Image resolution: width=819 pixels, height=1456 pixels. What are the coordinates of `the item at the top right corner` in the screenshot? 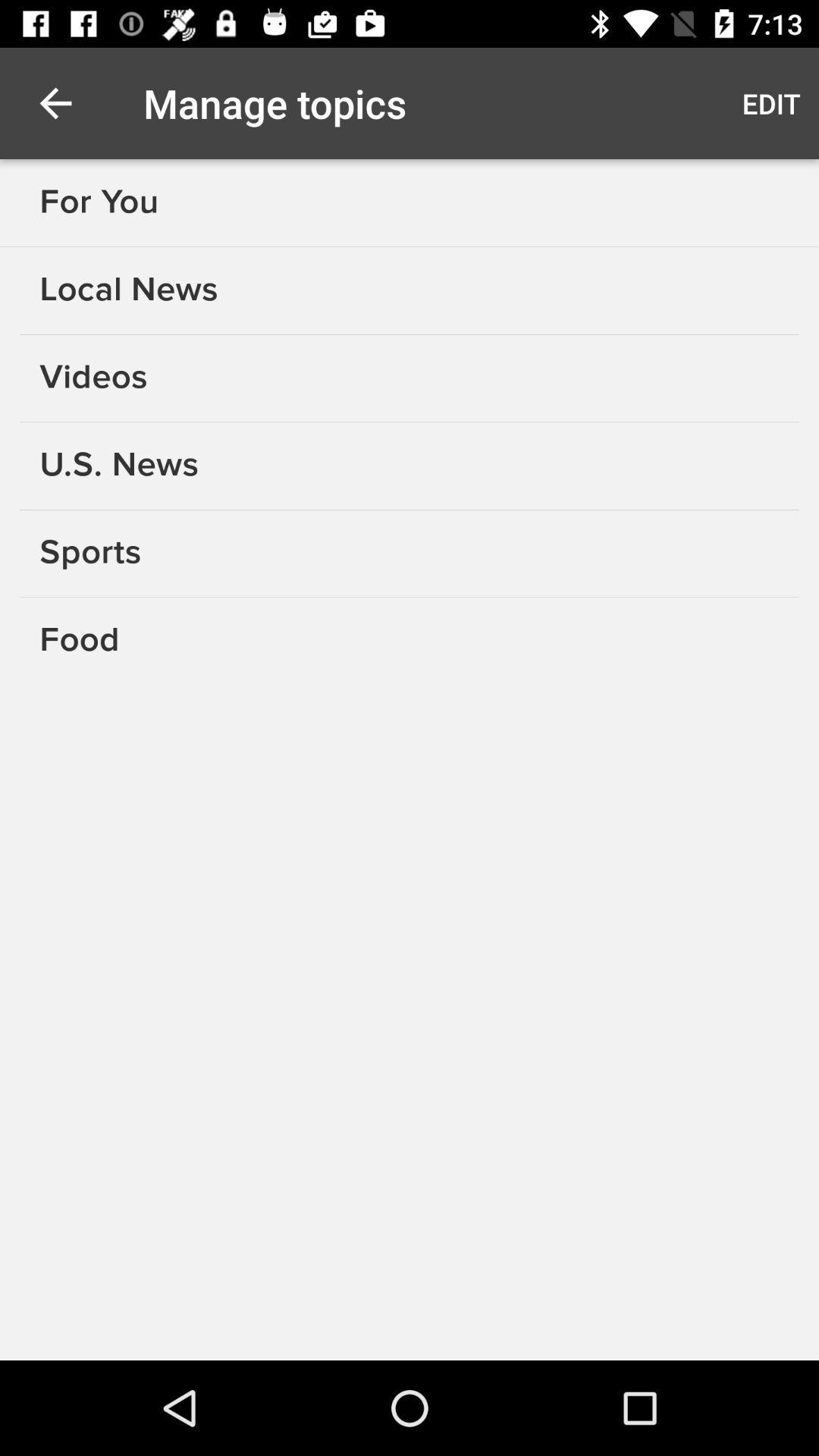 It's located at (771, 102).